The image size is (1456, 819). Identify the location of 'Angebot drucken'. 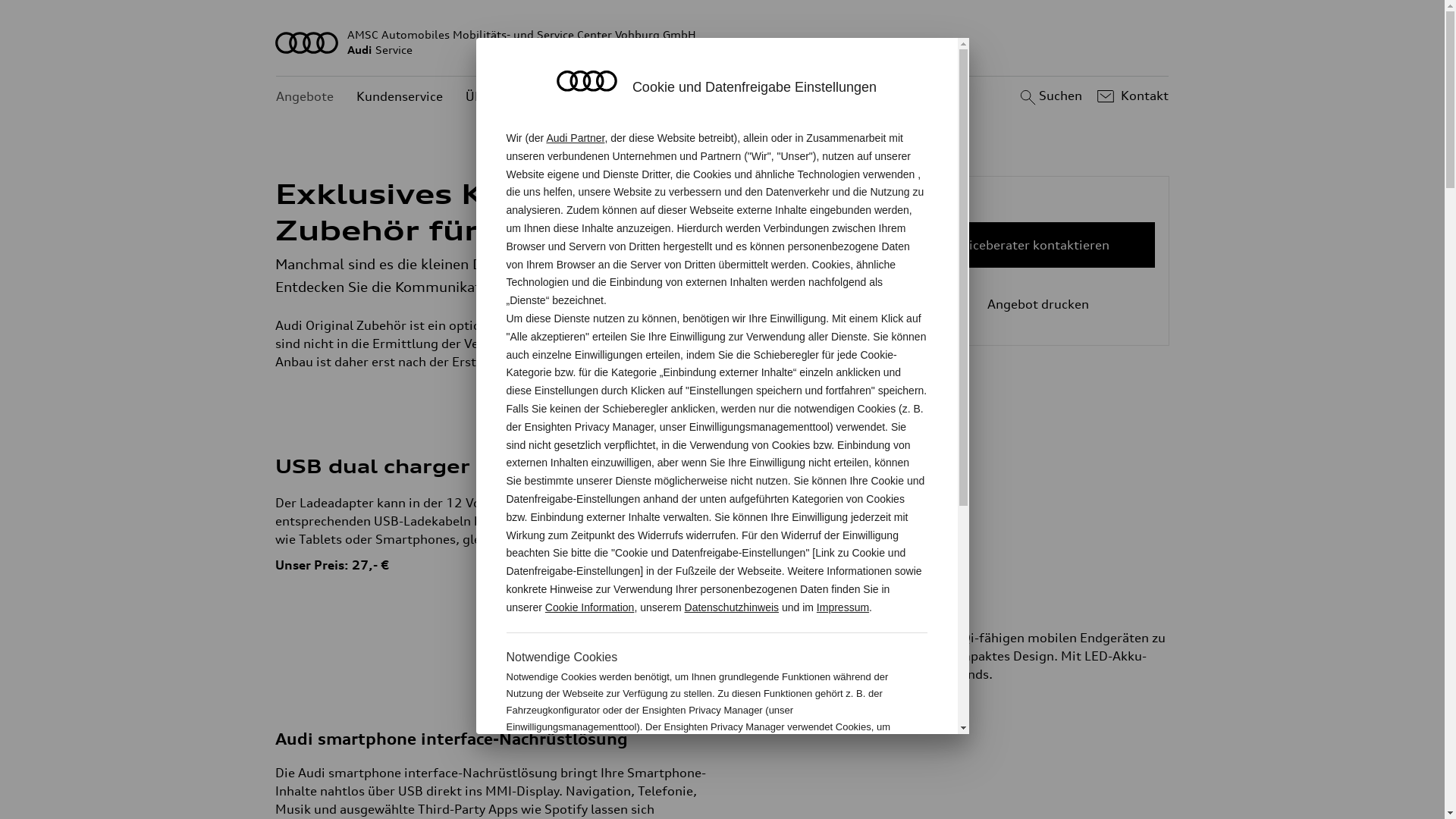
(1026, 304).